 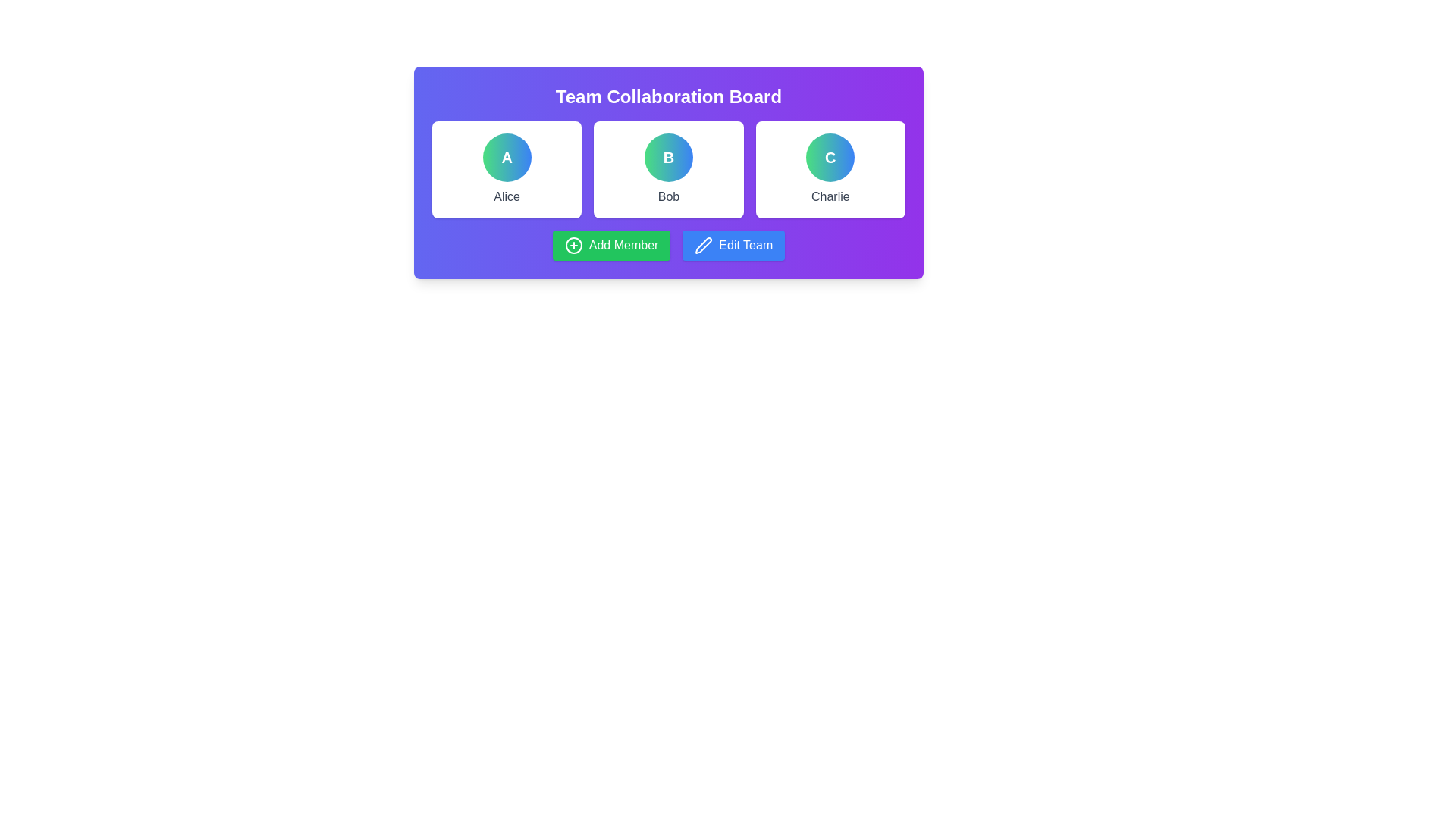 I want to click on the first button to the left of the blue 'Edit Team' button to initiate the add member functionality, so click(x=611, y=245).